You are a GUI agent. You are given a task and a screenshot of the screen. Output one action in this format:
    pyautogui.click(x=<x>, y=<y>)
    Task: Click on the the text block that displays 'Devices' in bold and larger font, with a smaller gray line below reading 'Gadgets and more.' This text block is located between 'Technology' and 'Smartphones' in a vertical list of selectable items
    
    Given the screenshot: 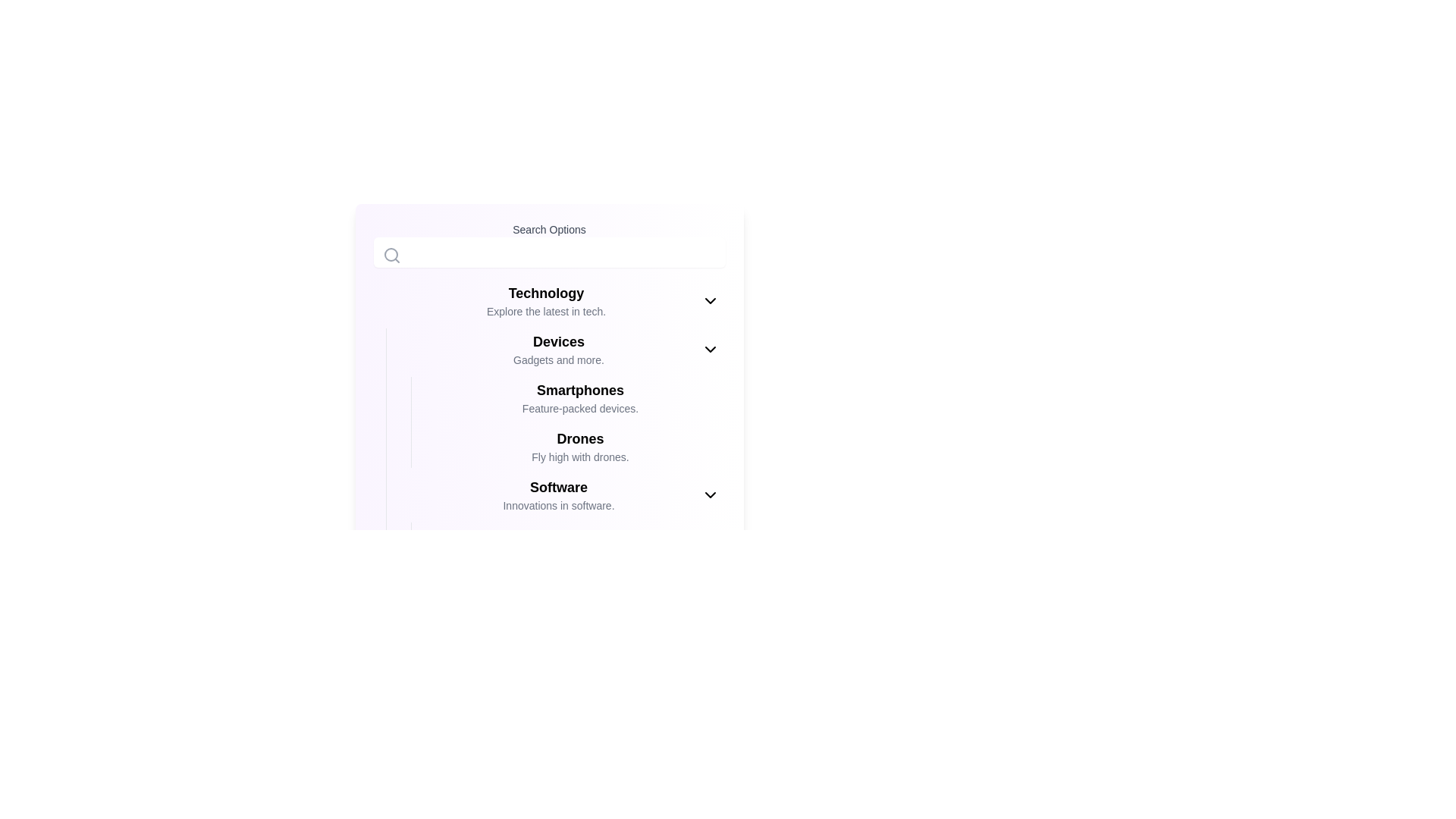 What is the action you would take?
    pyautogui.click(x=558, y=350)
    